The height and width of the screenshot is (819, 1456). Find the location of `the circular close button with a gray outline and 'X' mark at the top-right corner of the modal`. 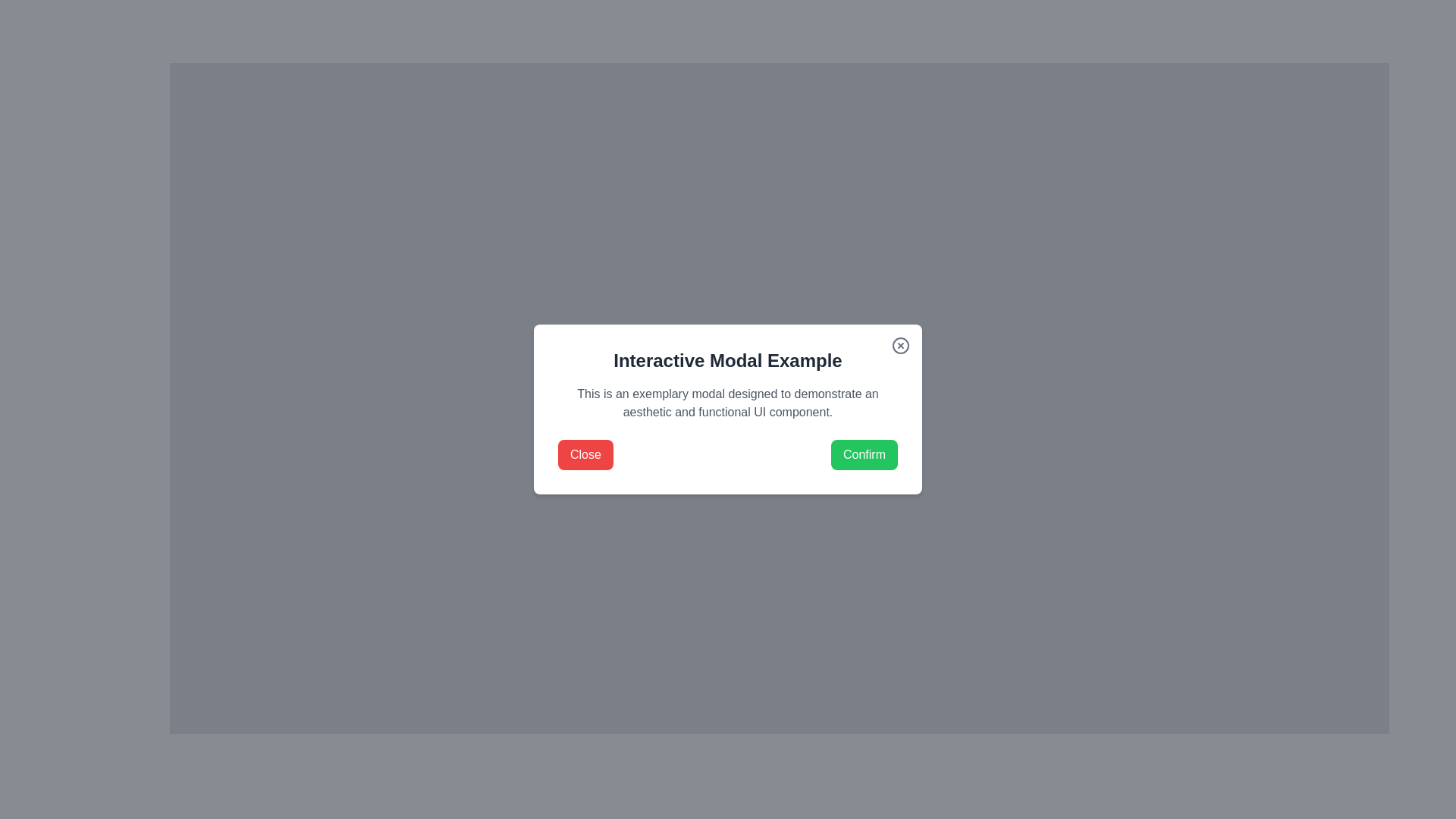

the circular close button with a gray outline and 'X' mark at the top-right corner of the modal is located at coordinates (901, 345).